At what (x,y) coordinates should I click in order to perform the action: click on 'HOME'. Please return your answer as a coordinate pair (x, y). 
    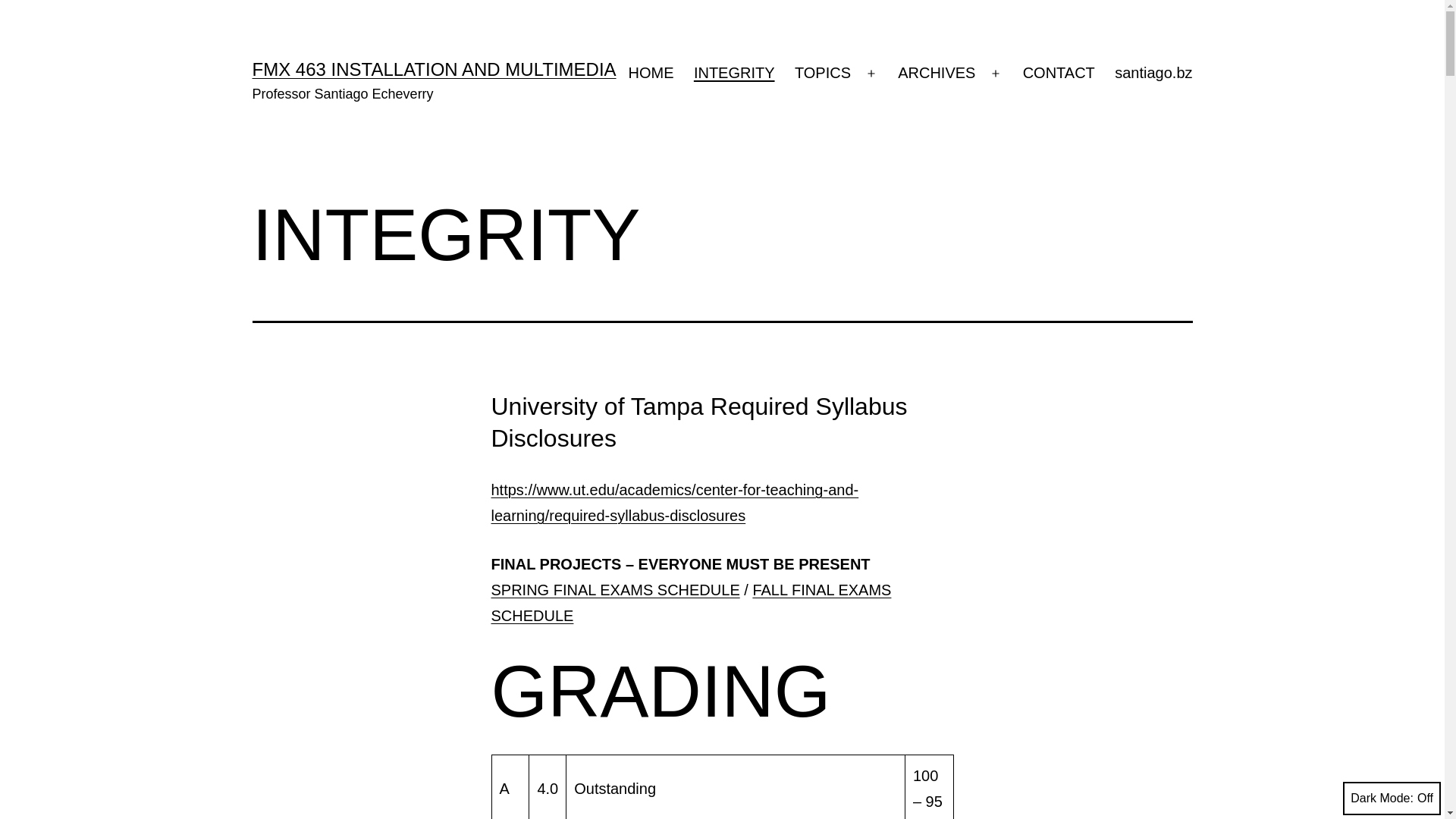
    Looking at the image, I should click on (651, 73).